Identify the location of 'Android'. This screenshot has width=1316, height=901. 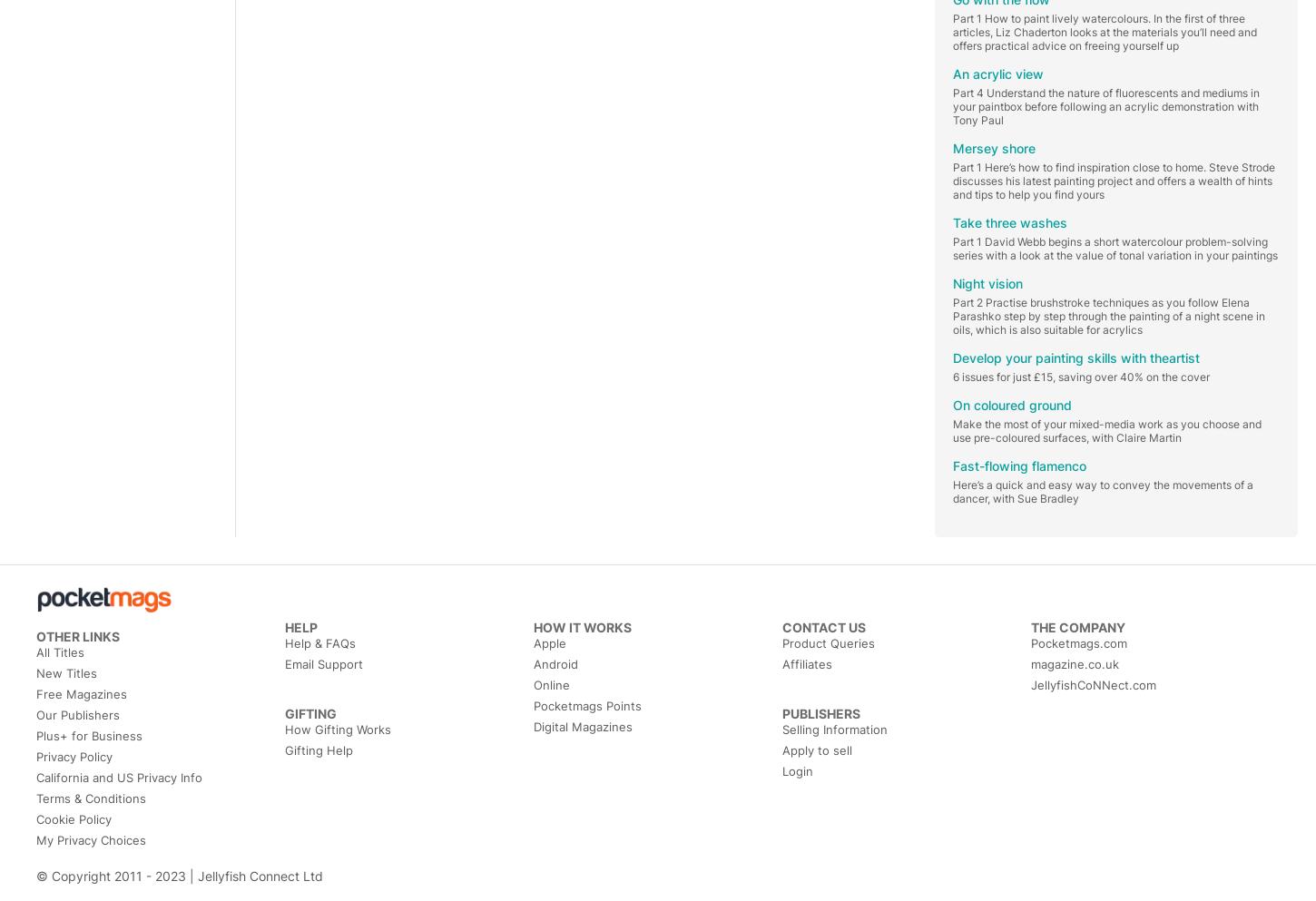
(555, 664).